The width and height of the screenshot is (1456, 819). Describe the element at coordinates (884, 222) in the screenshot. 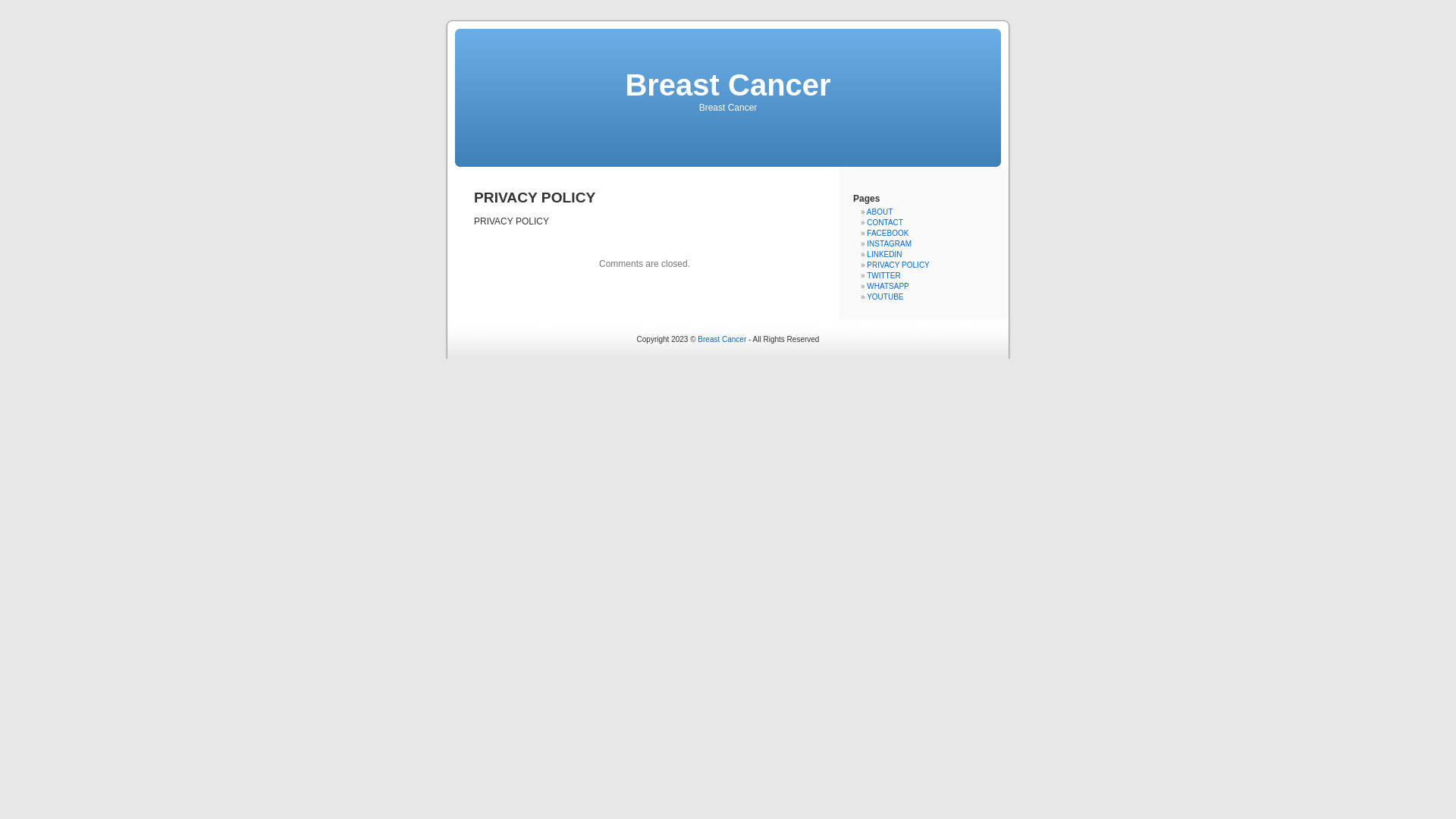

I see `'CONTACT'` at that location.